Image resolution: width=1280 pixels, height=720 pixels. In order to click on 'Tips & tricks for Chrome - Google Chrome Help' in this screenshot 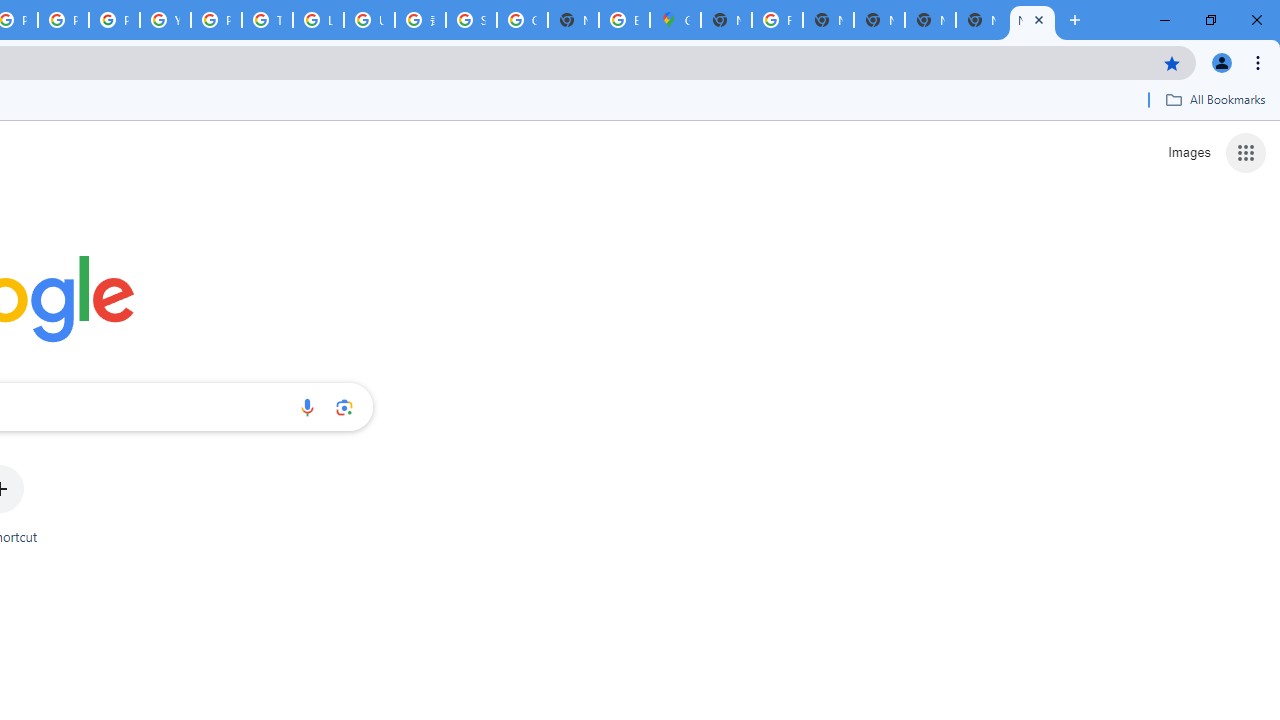, I will do `click(266, 20)`.